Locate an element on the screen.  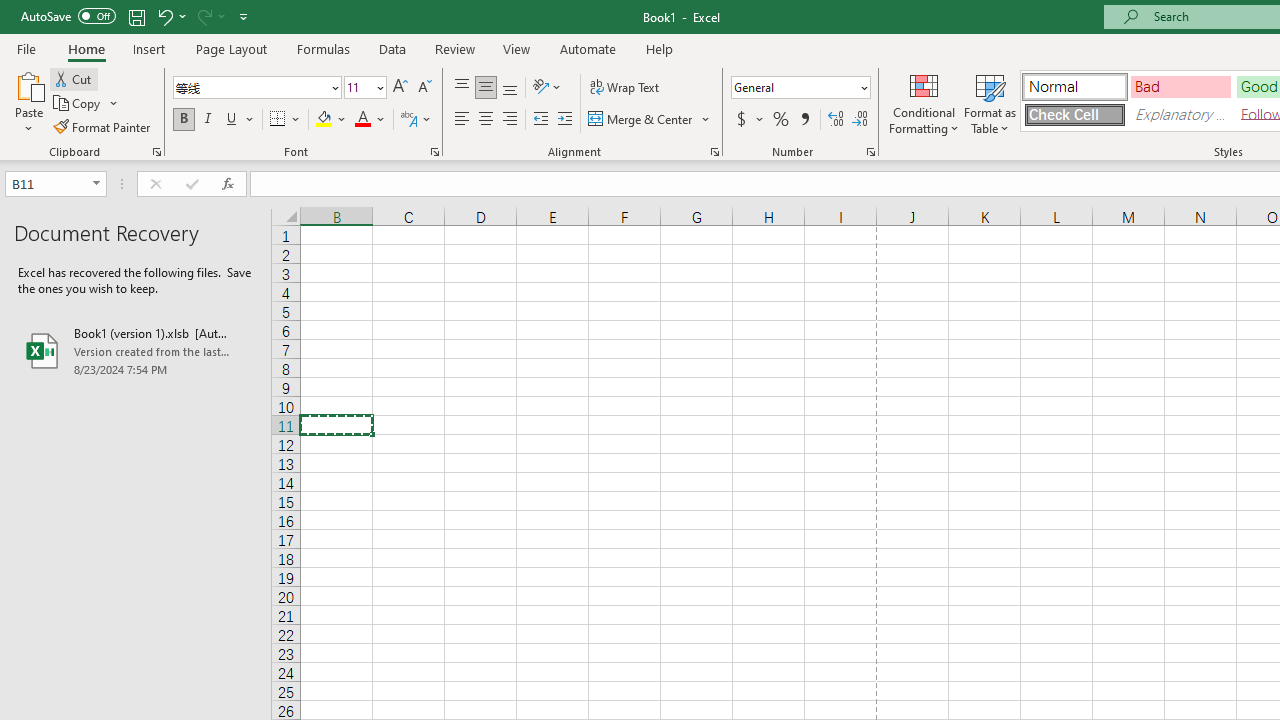
'Merge & Center' is located at coordinates (641, 119).